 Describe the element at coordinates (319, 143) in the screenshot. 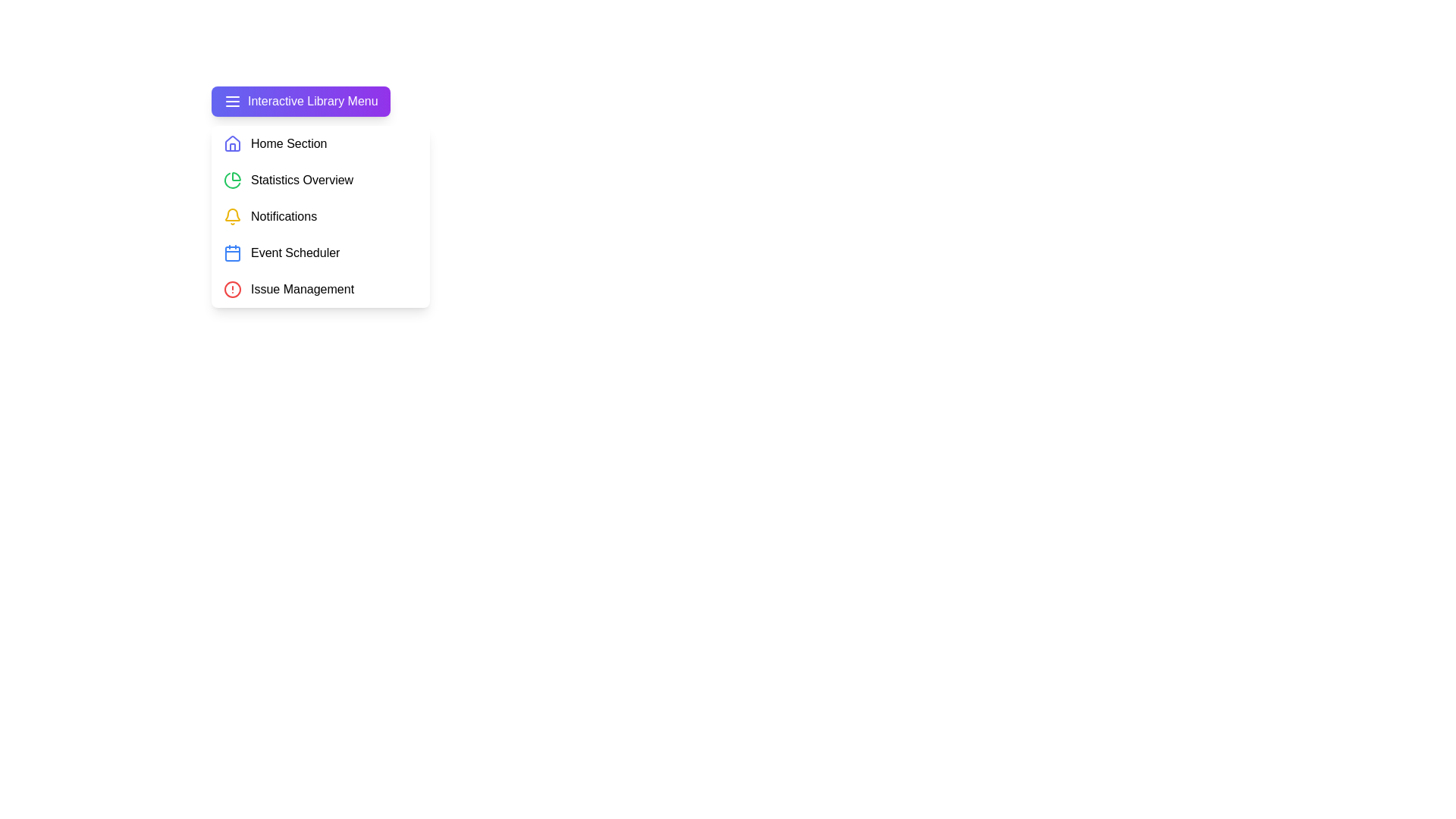

I see `the menu item Home Section from the LibraryMenu` at that location.